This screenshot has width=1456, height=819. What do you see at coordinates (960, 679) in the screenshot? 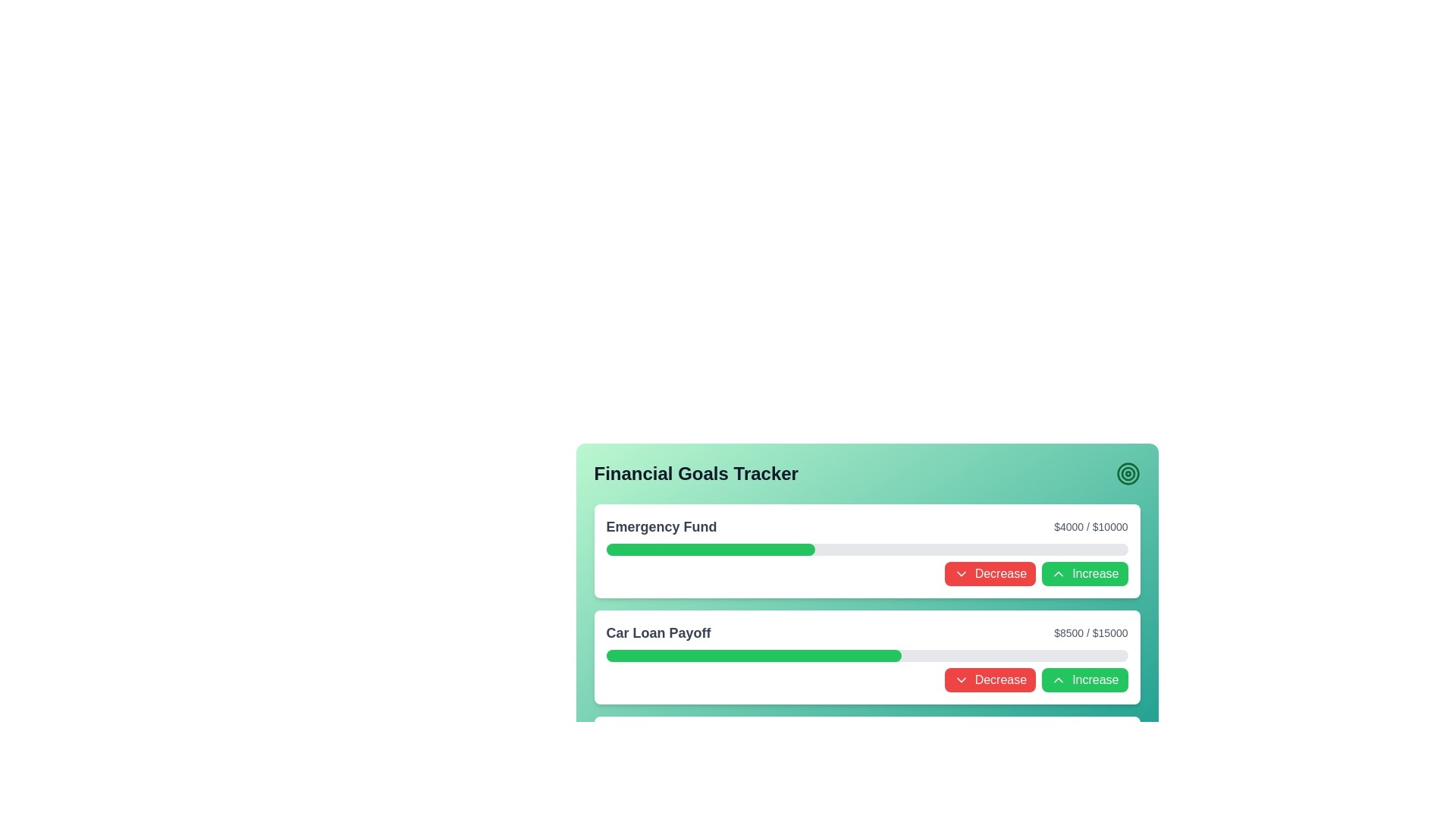
I see `the downward direction icon located in the upper-left section of the 'Decrease' button, which is situated` at bounding box center [960, 679].